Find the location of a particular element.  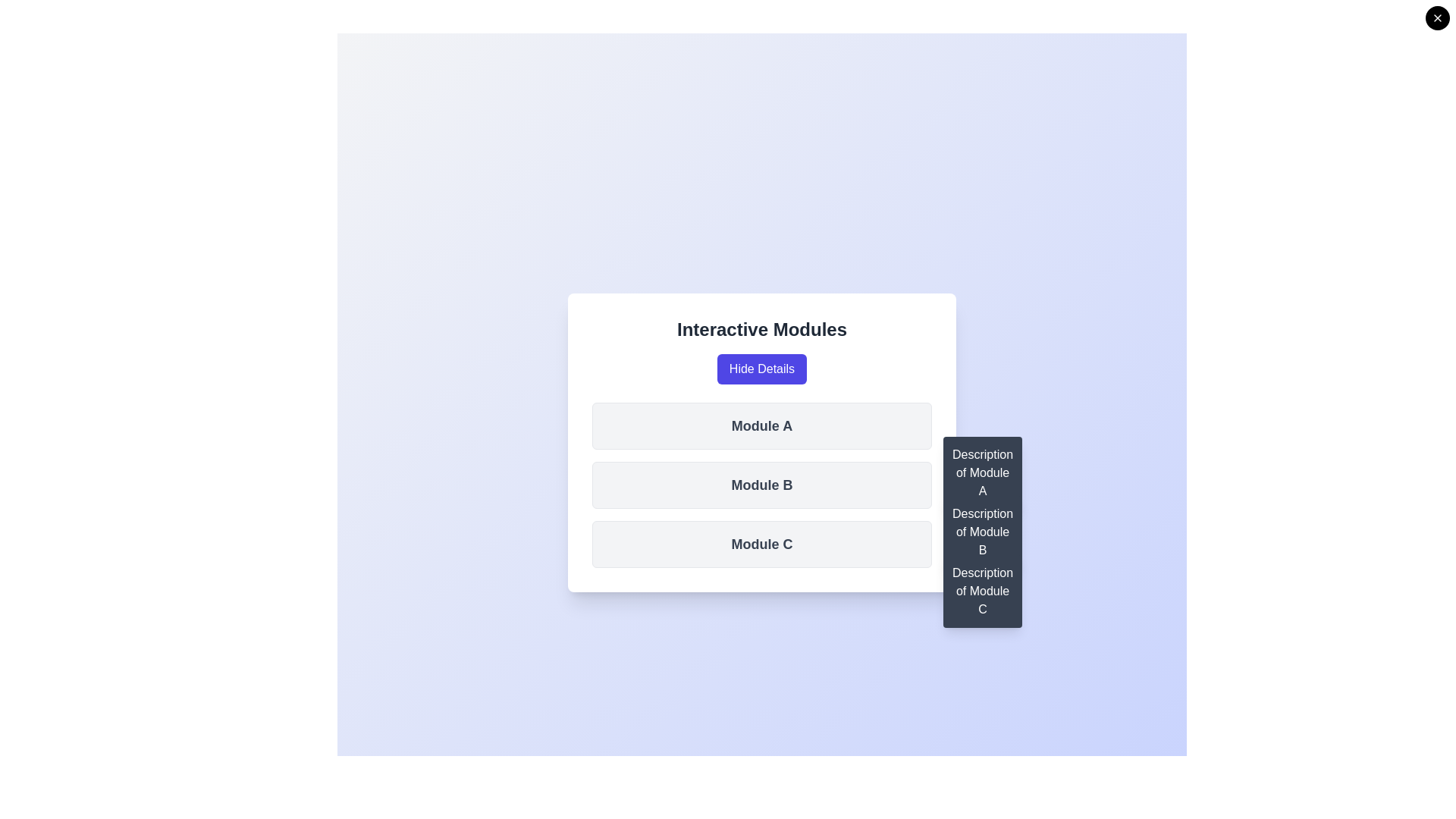

the text label that serves as the title for 'Module A', located at the top of the rounded rectangular card in the content panel is located at coordinates (761, 426).